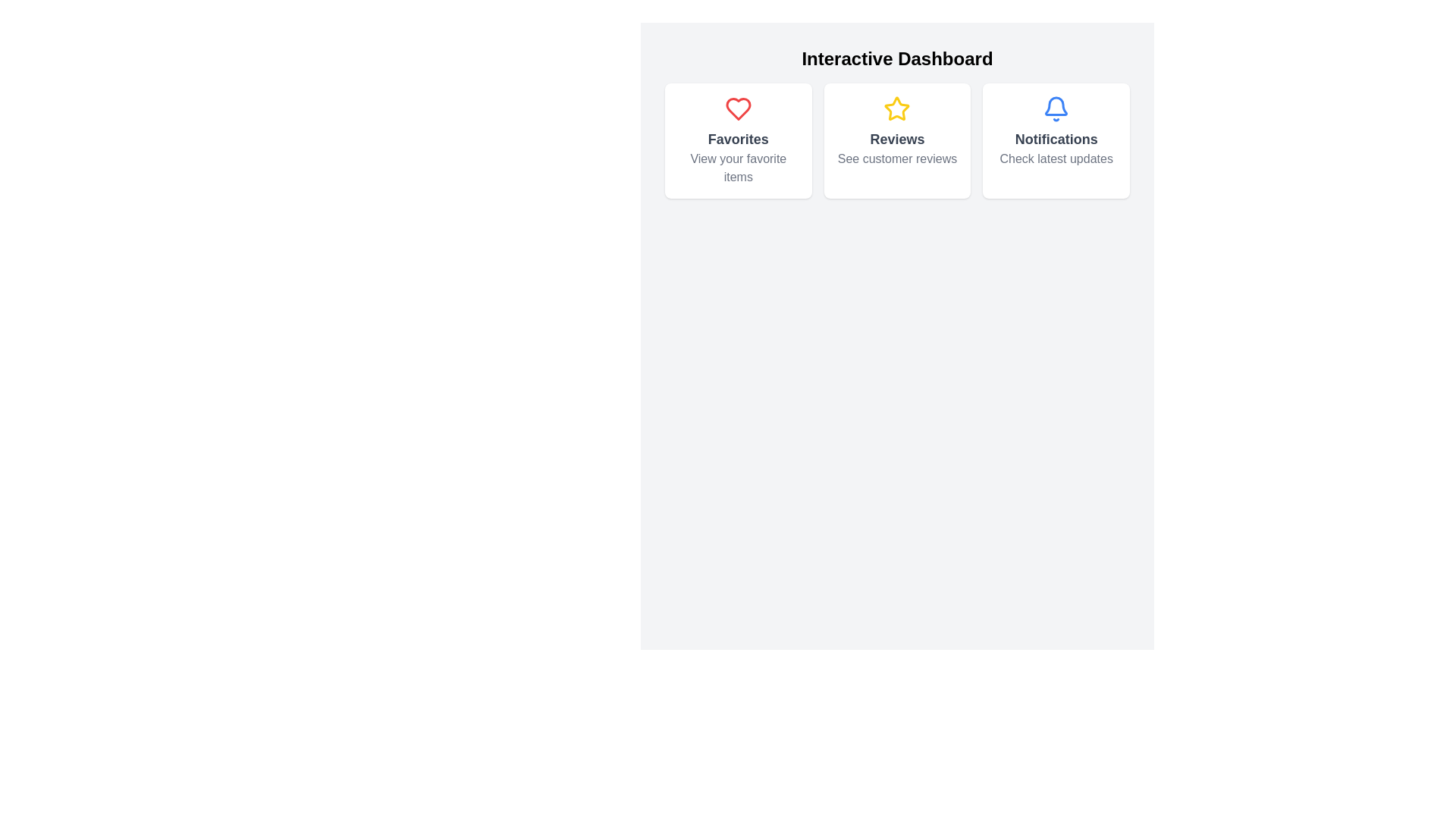 The width and height of the screenshot is (1456, 819). Describe the element at coordinates (1056, 108) in the screenshot. I see `the notification icon located at the center of the top section of the card labeled 'Notifications', which is positioned on the right side of a three-card layout` at that location.